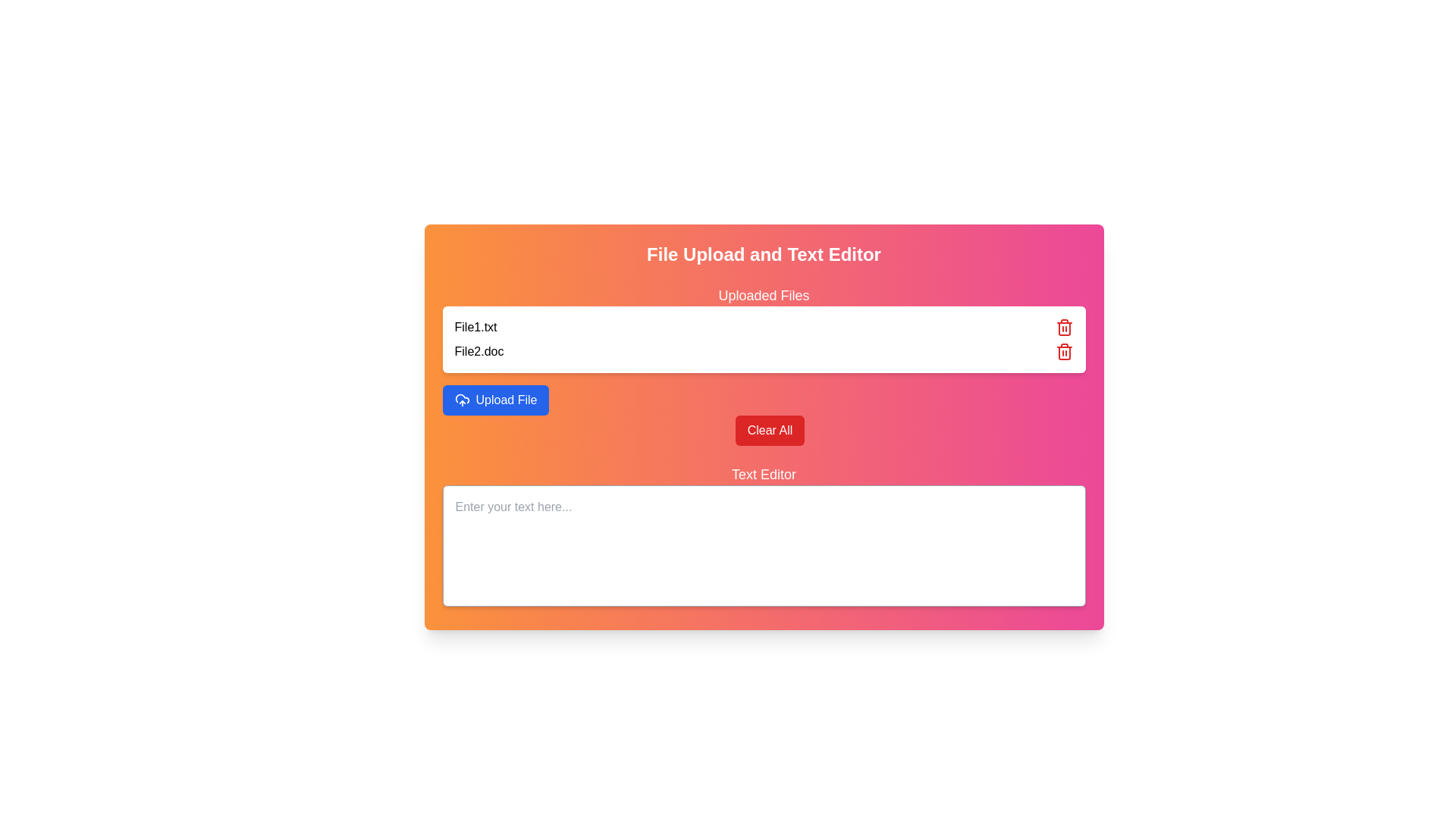  I want to click on the blue 'Upload File' button with a cloud icon and white text, so click(495, 400).